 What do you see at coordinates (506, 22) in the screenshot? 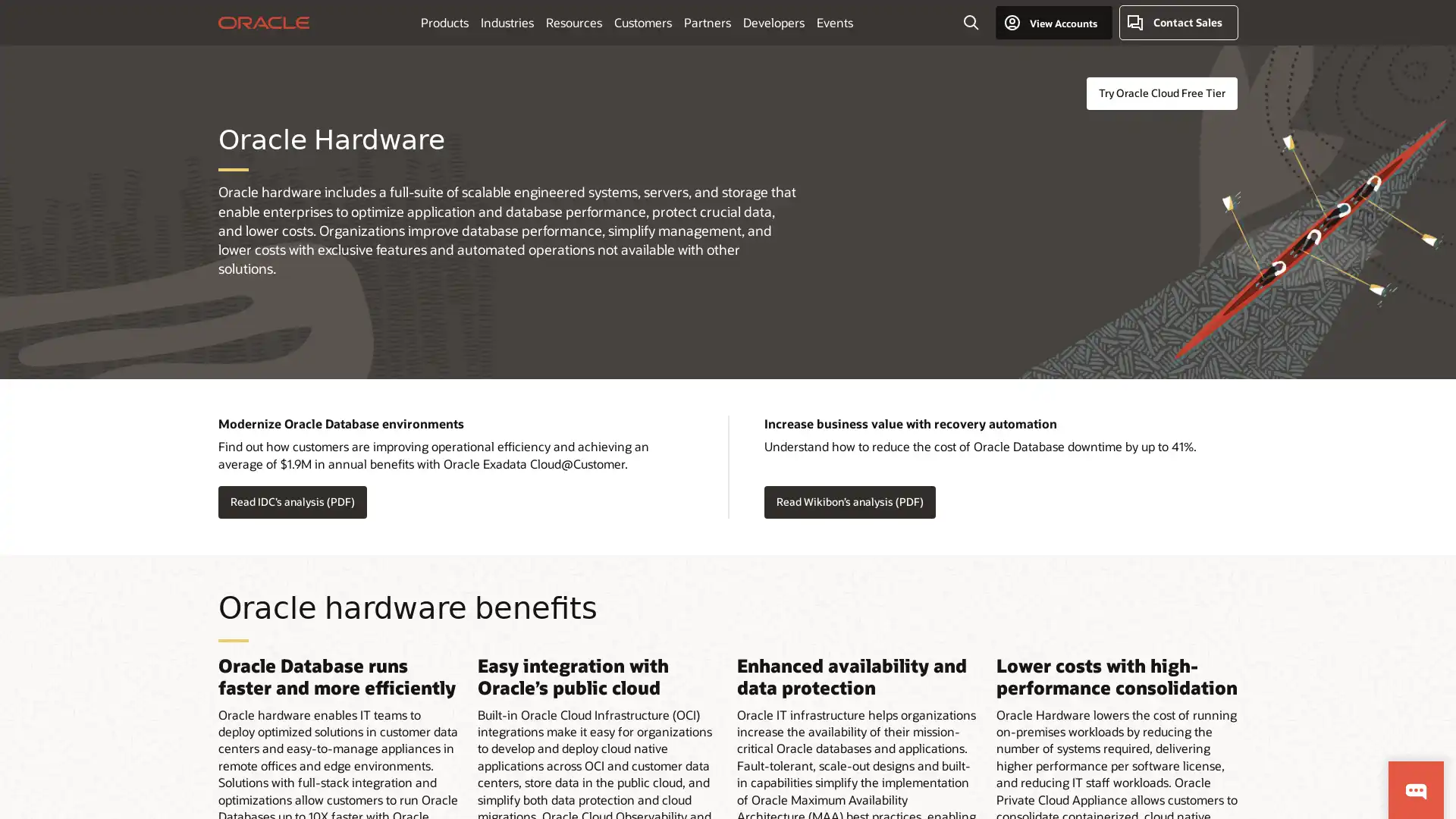
I see `Industries` at bounding box center [506, 22].